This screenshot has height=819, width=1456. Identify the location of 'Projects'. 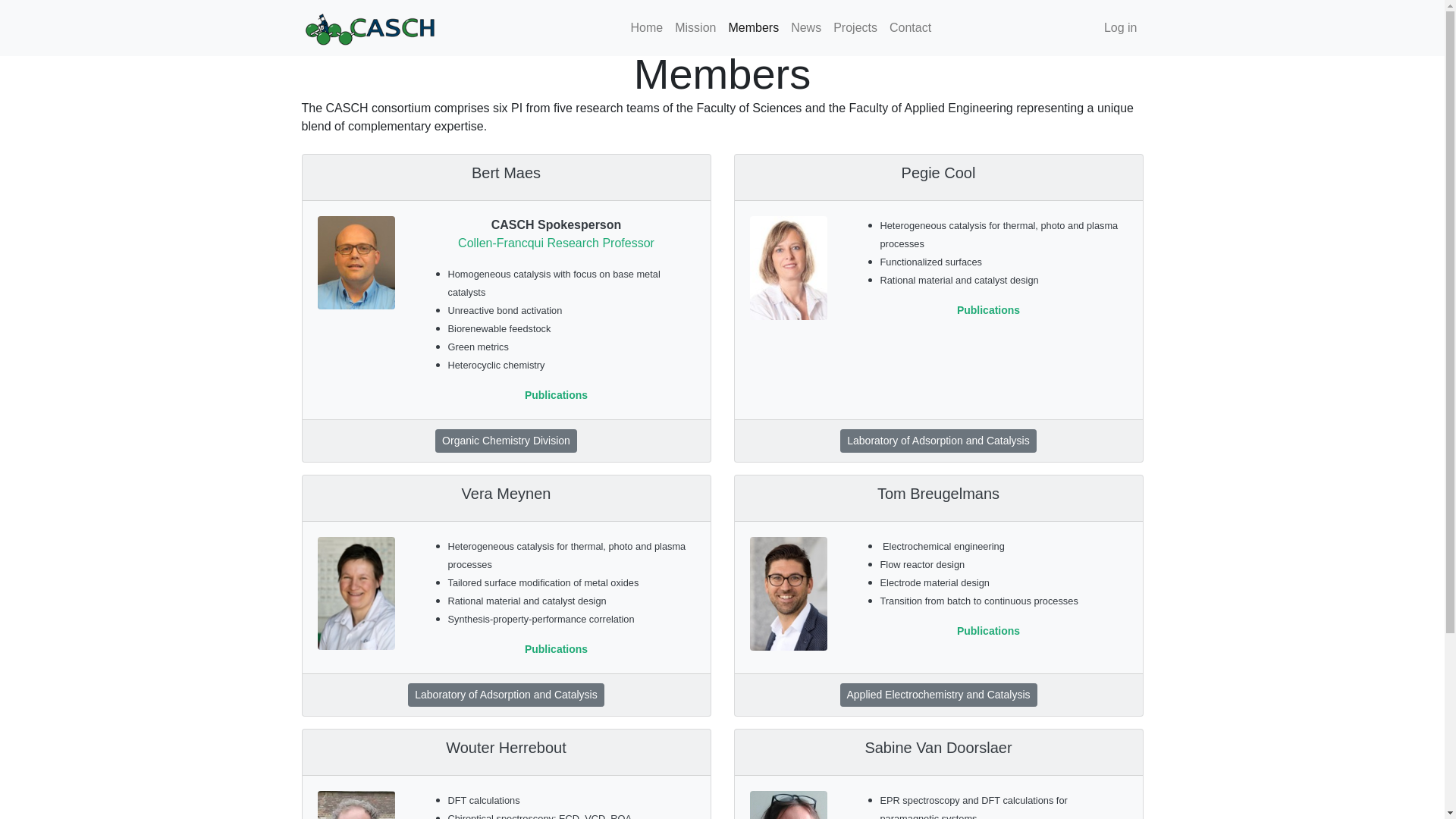
(826, 28).